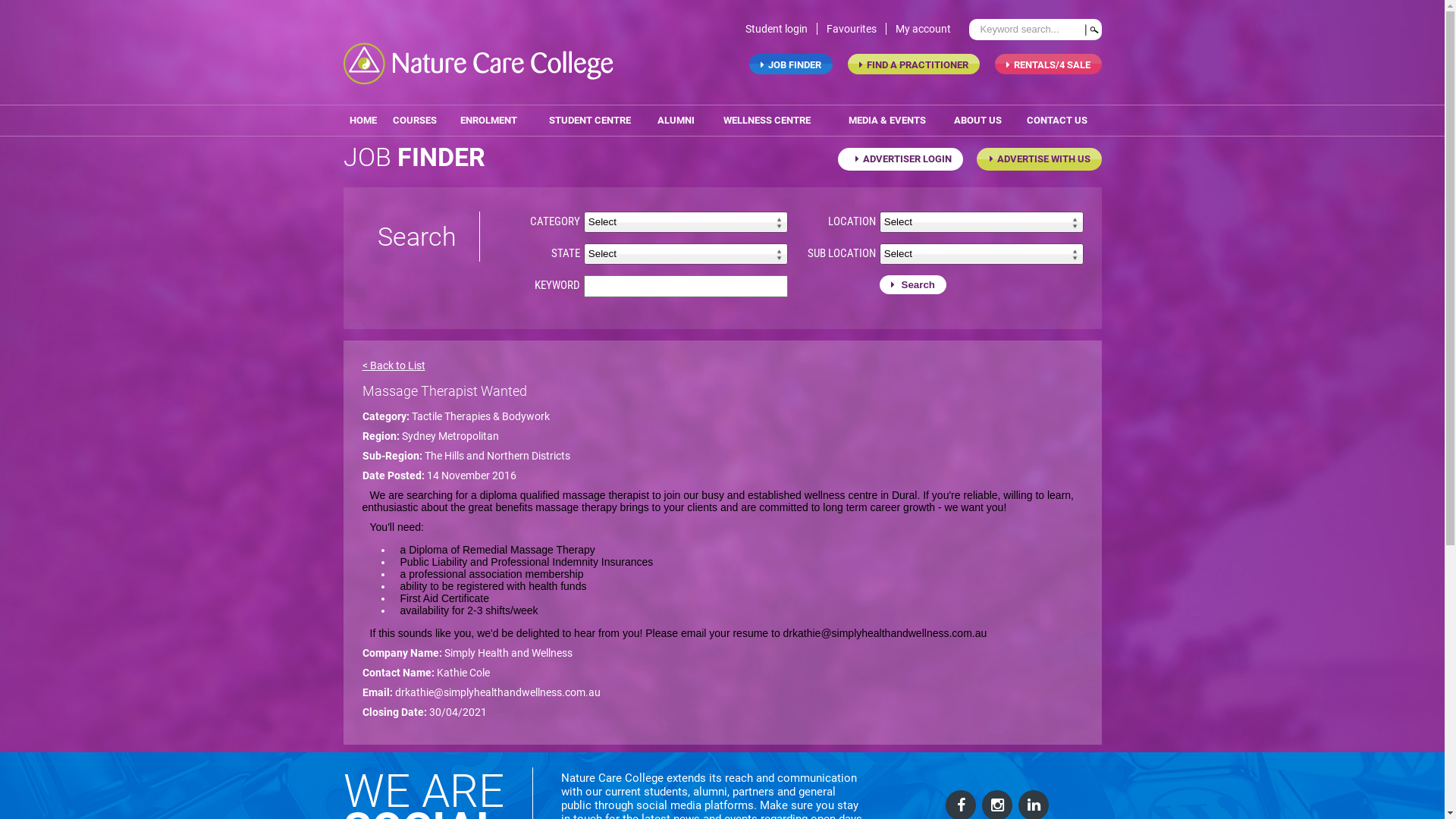 The height and width of the screenshot is (819, 1456). Describe the element at coordinates (978, 119) in the screenshot. I see `'ABOUT US'` at that location.